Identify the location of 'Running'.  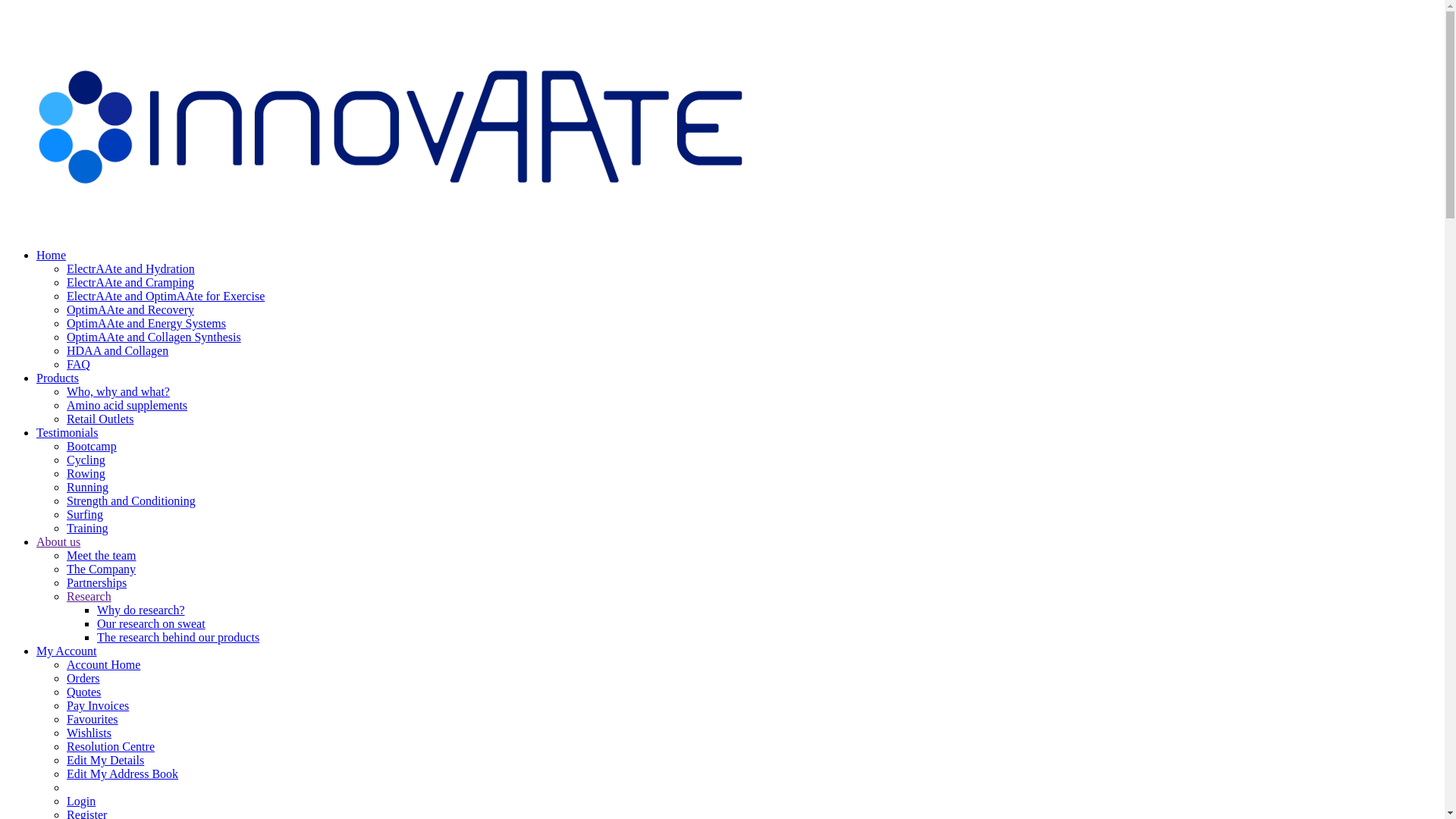
(65, 487).